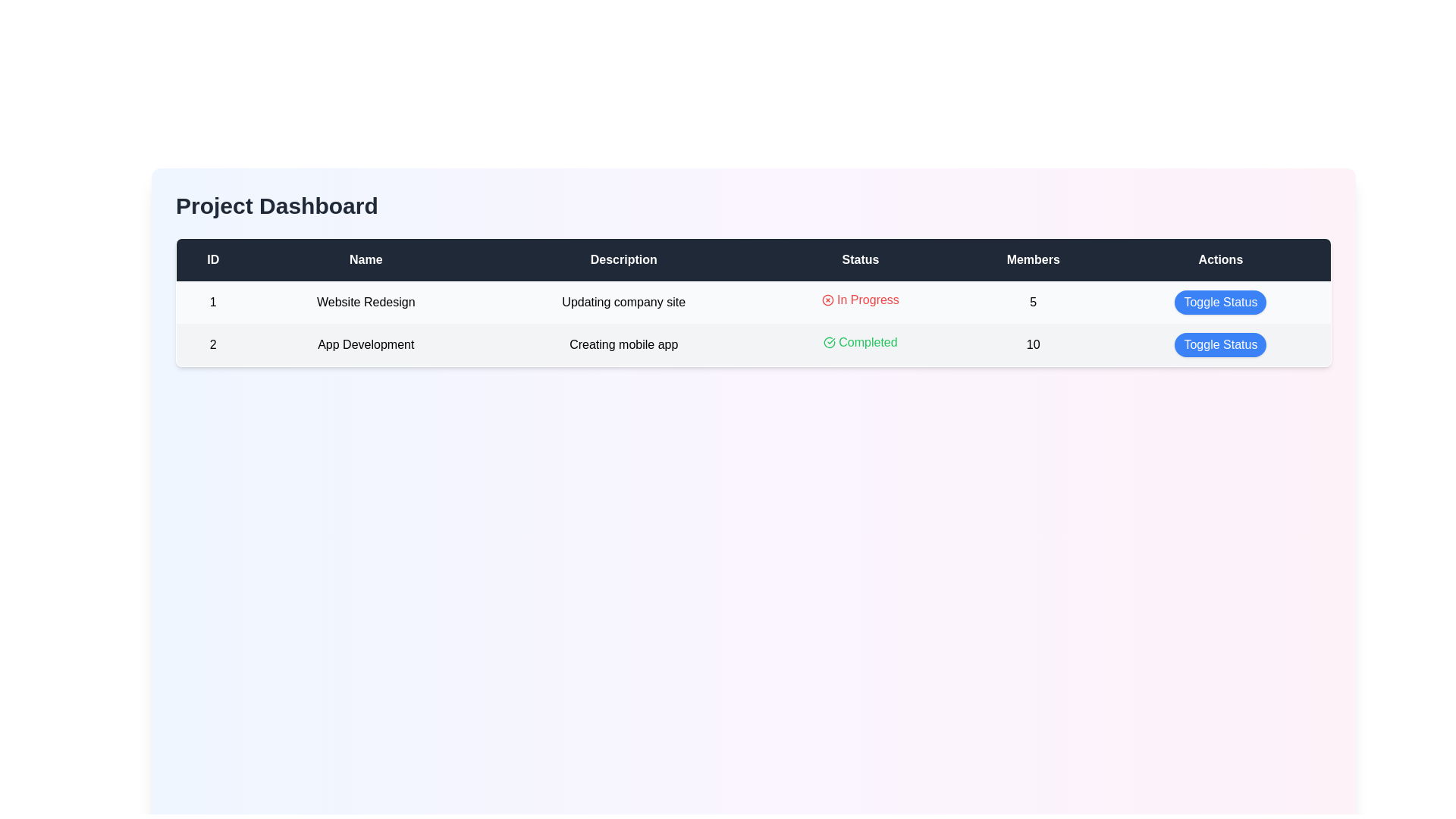 The image size is (1456, 819). I want to click on the toggle button located in the last column of the second row of the project table, which is to the right of the 'Members' column with a value of '10', so click(1220, 345).